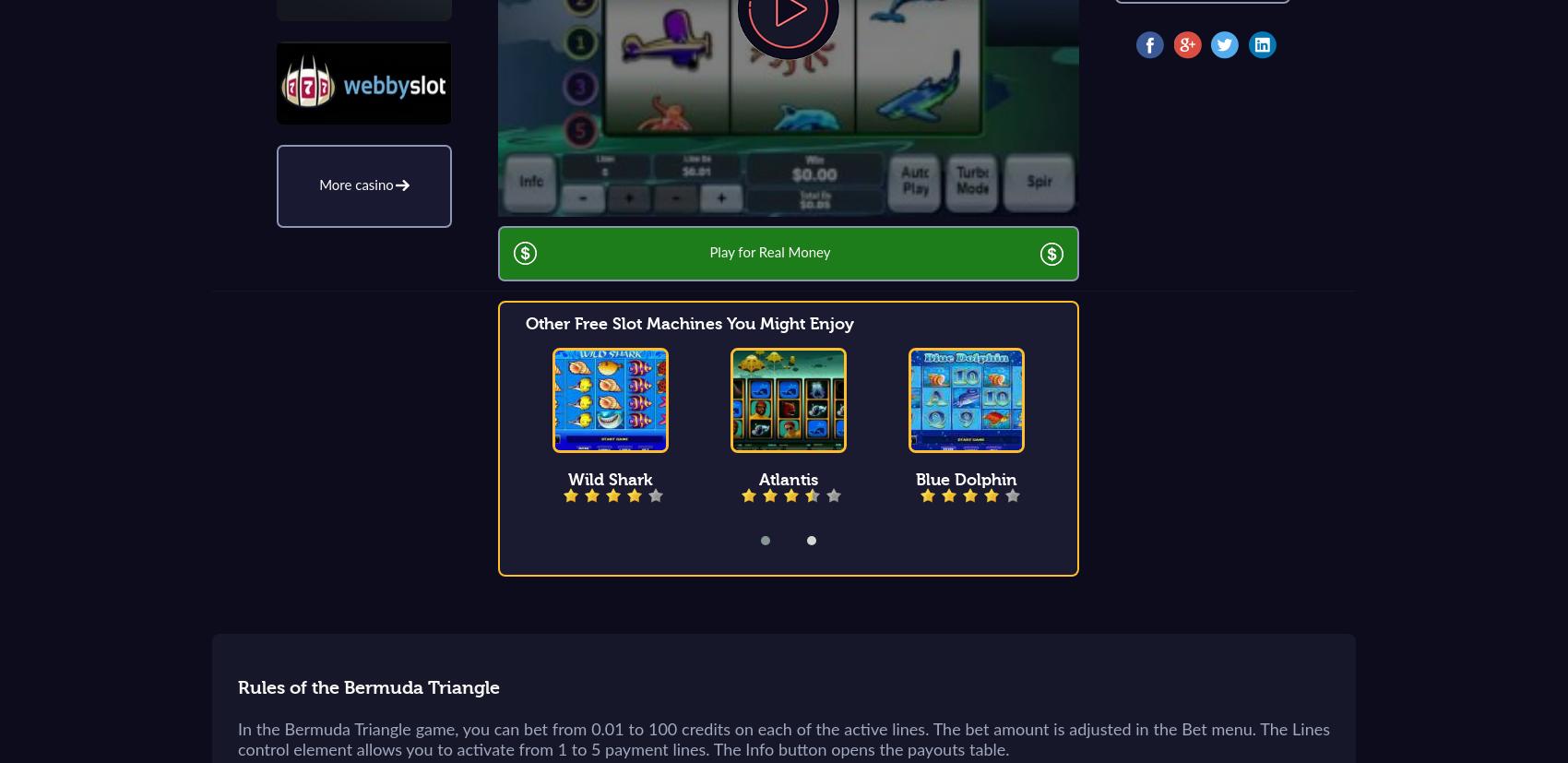 The height and width of the screenshot is (763, 1568). What do you see at coordinates (368, 686) in the screenshot?
I see `'Rules of the Bermuda Triangle'` at bounding box center [368, 686].